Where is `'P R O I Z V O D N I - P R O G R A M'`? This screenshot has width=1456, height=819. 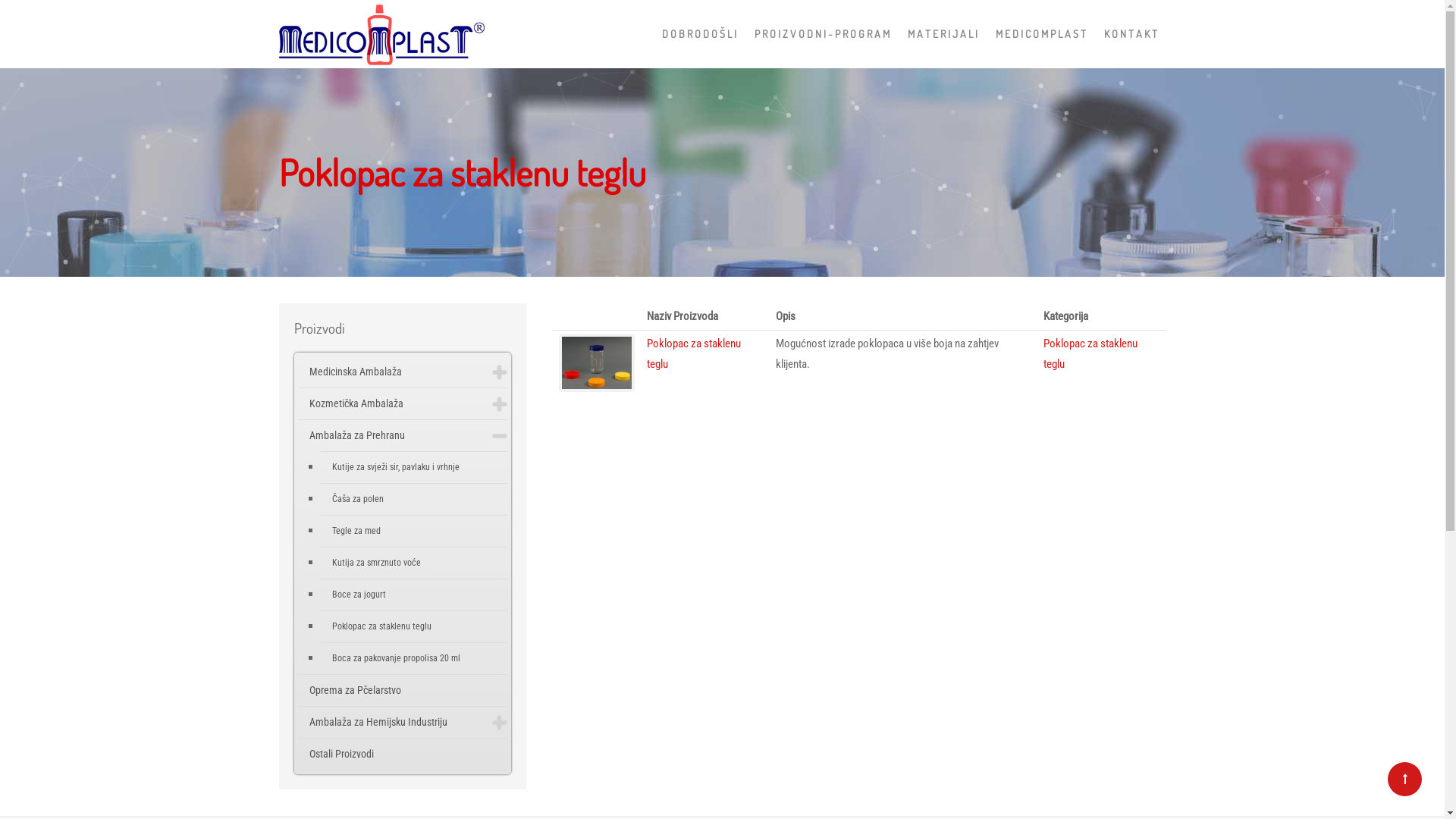
'P R O I Z V O D N I - P R O G R A M' is located at coordinates (821, 34).